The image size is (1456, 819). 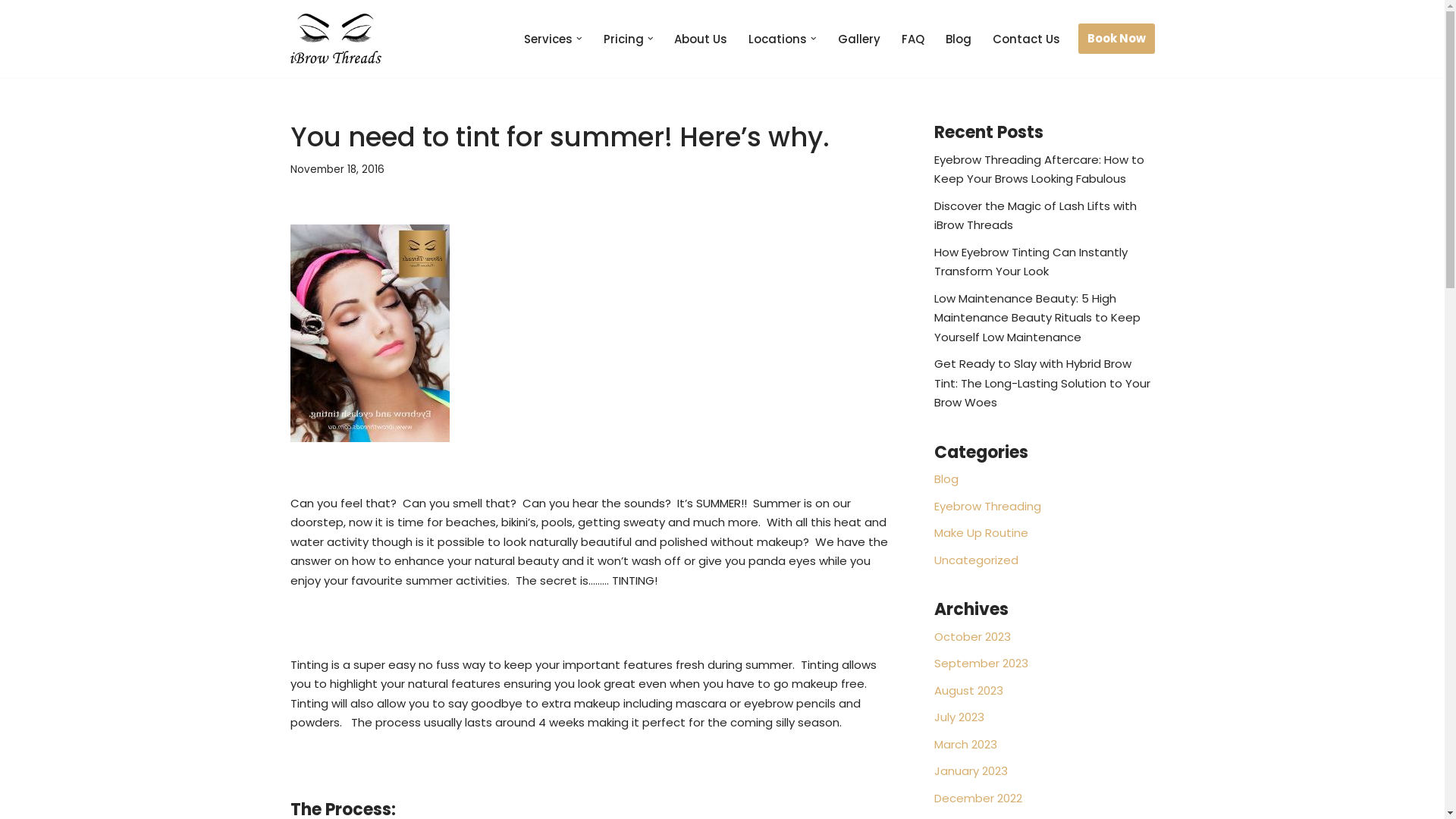 I want to click on 'August 2023', so click(x=968, y=690).